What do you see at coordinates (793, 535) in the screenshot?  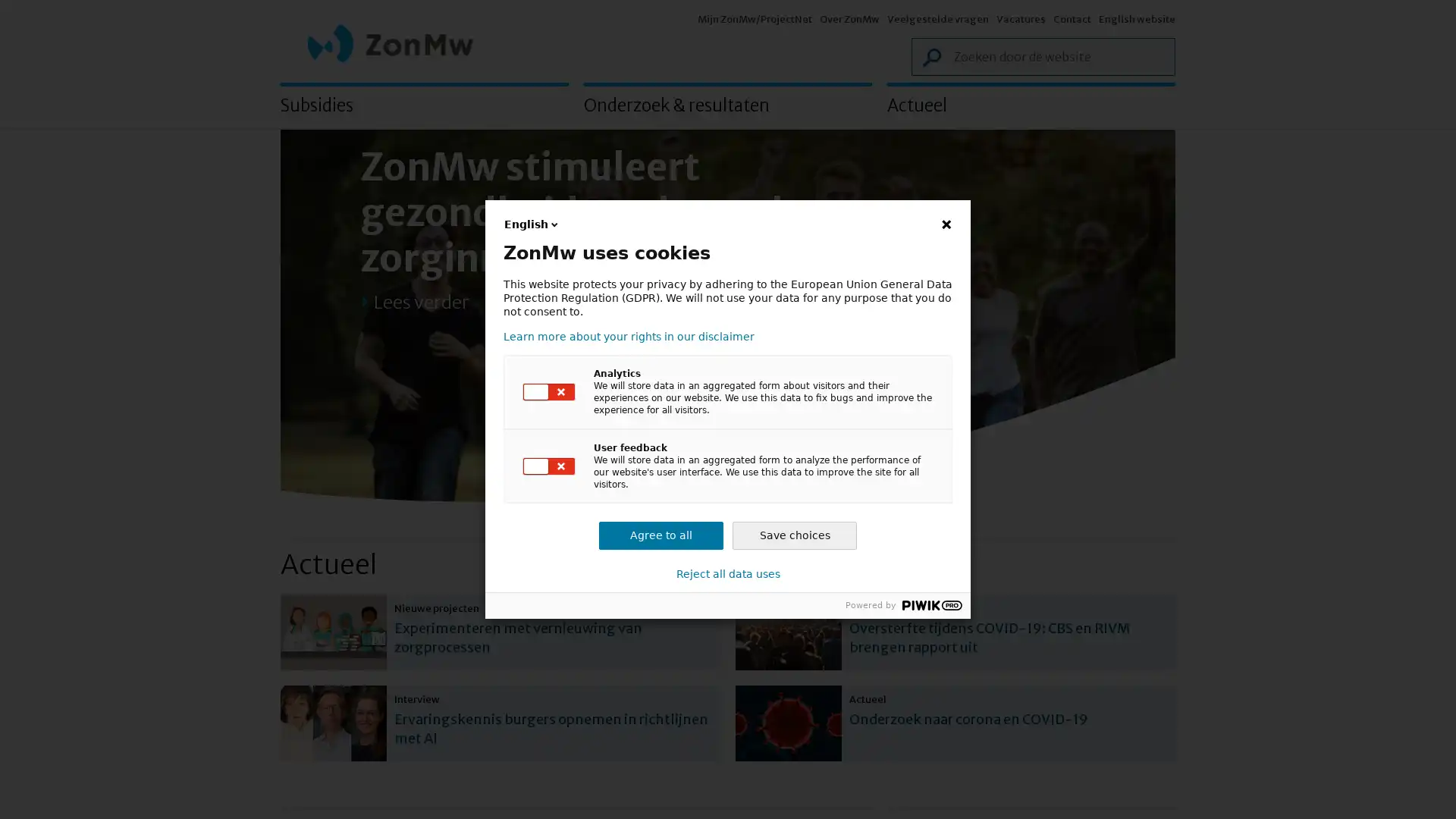 I see `Save choices` at bounding box center [793, 535].